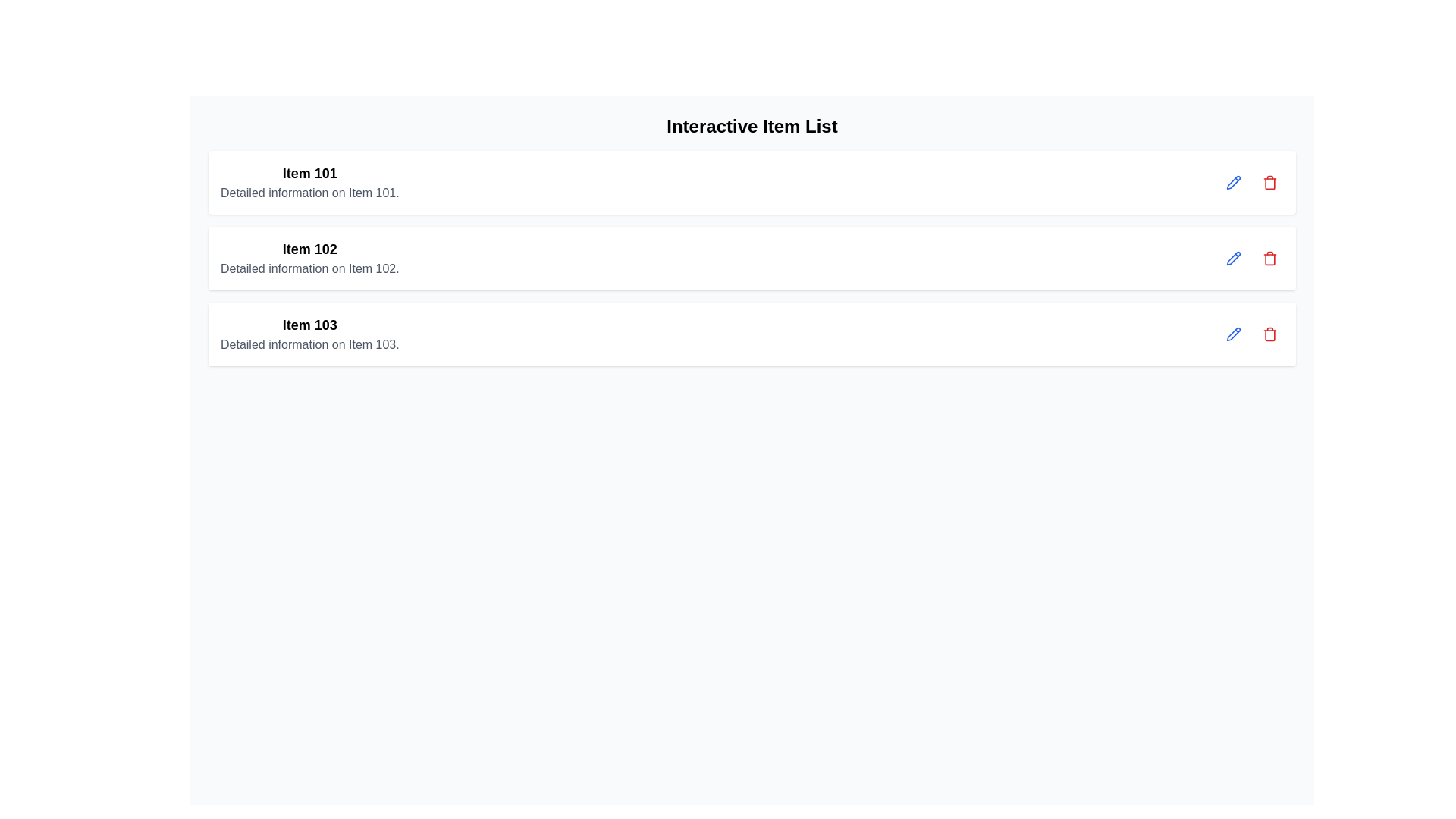 The width and height of the screenshot is (1456, 819). Describe the element at coordinates (1270, 257) in the screenshot. I see `the red-colored trash icon button located on the right side of the interface within the row labeled 'Item 102'` at that location.